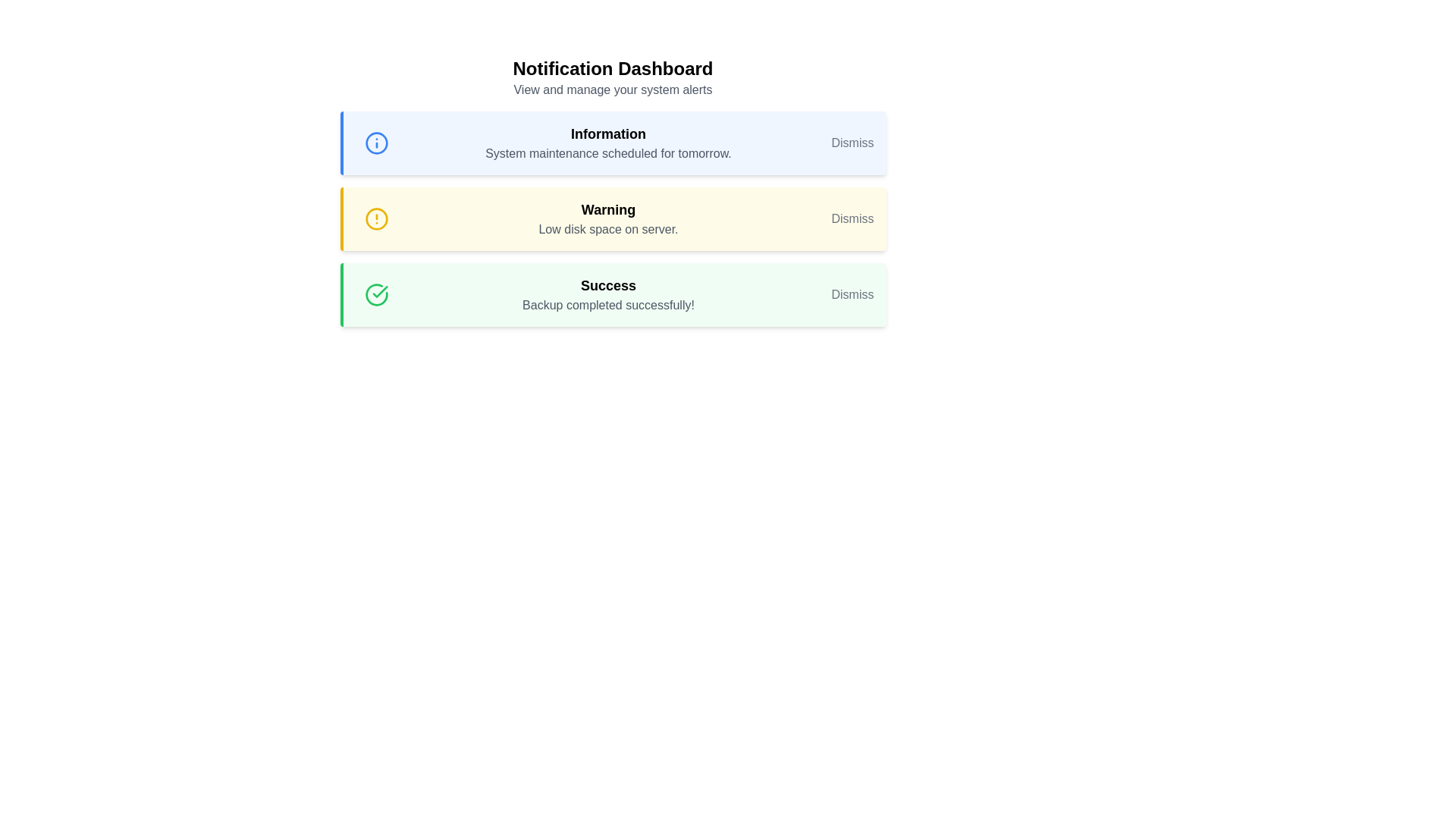 The height and width of the screenshot is (819, 1456). What do you see at coordinates (852, 219) in the screenshot?
I see `the 'Dismiss' button located on the right side of the warning notification box` at bounding box center [852, 219].